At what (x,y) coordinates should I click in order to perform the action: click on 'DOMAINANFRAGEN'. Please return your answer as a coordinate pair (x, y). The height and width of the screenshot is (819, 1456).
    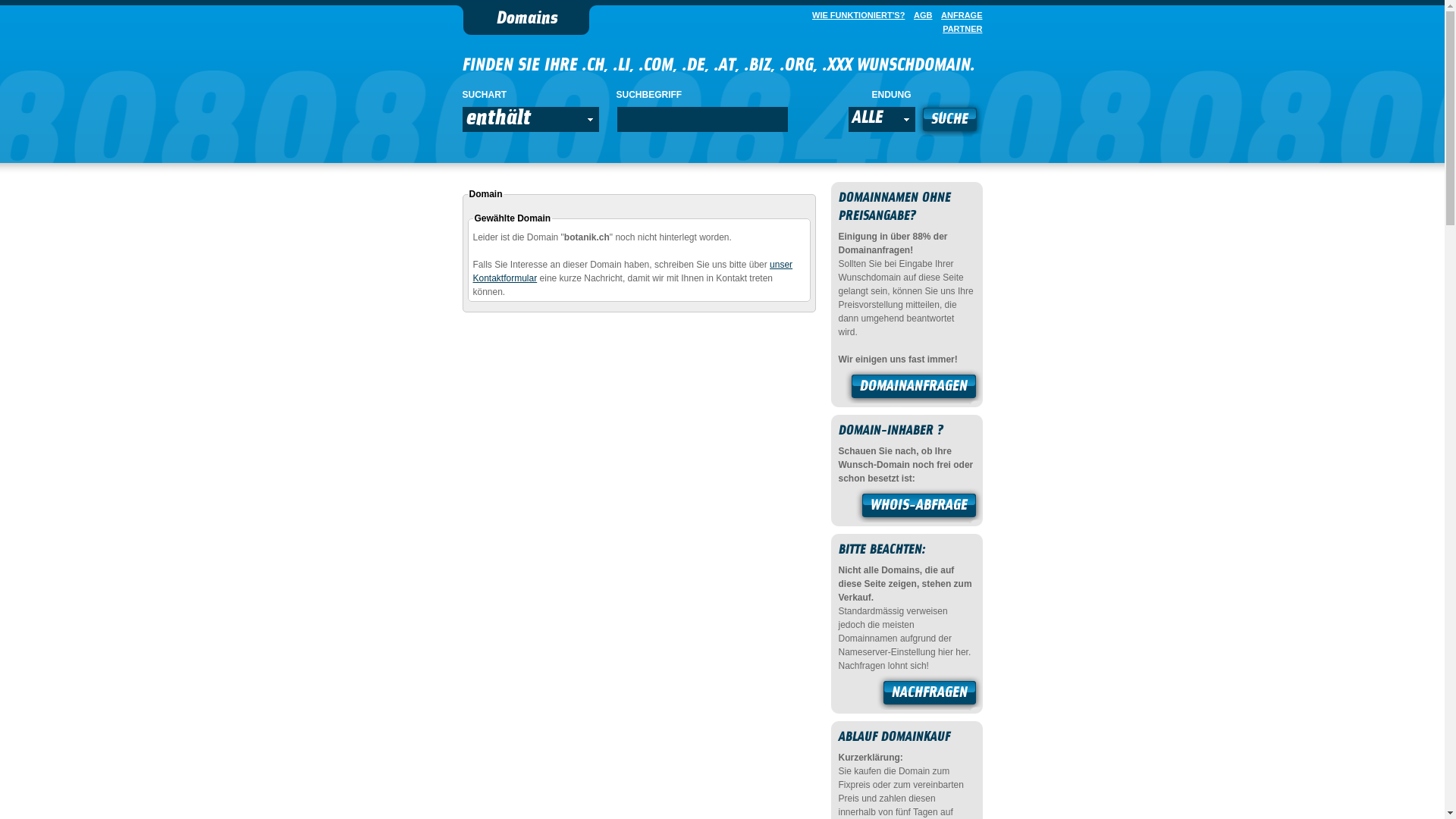
    Looking at the image, I should click on (912, 388).